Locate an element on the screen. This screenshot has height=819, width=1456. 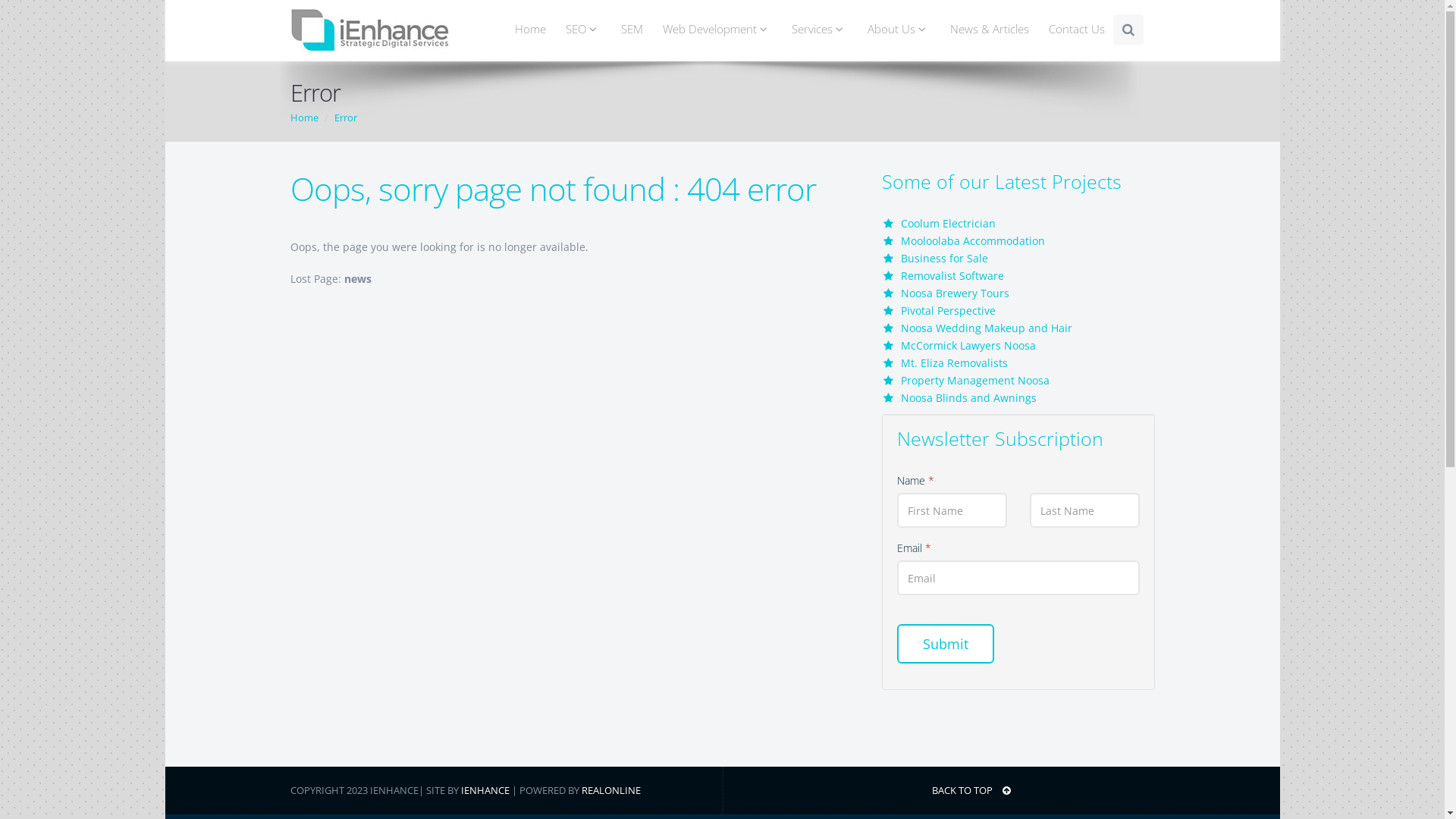
'Home' is located at coordinates (530, 29).